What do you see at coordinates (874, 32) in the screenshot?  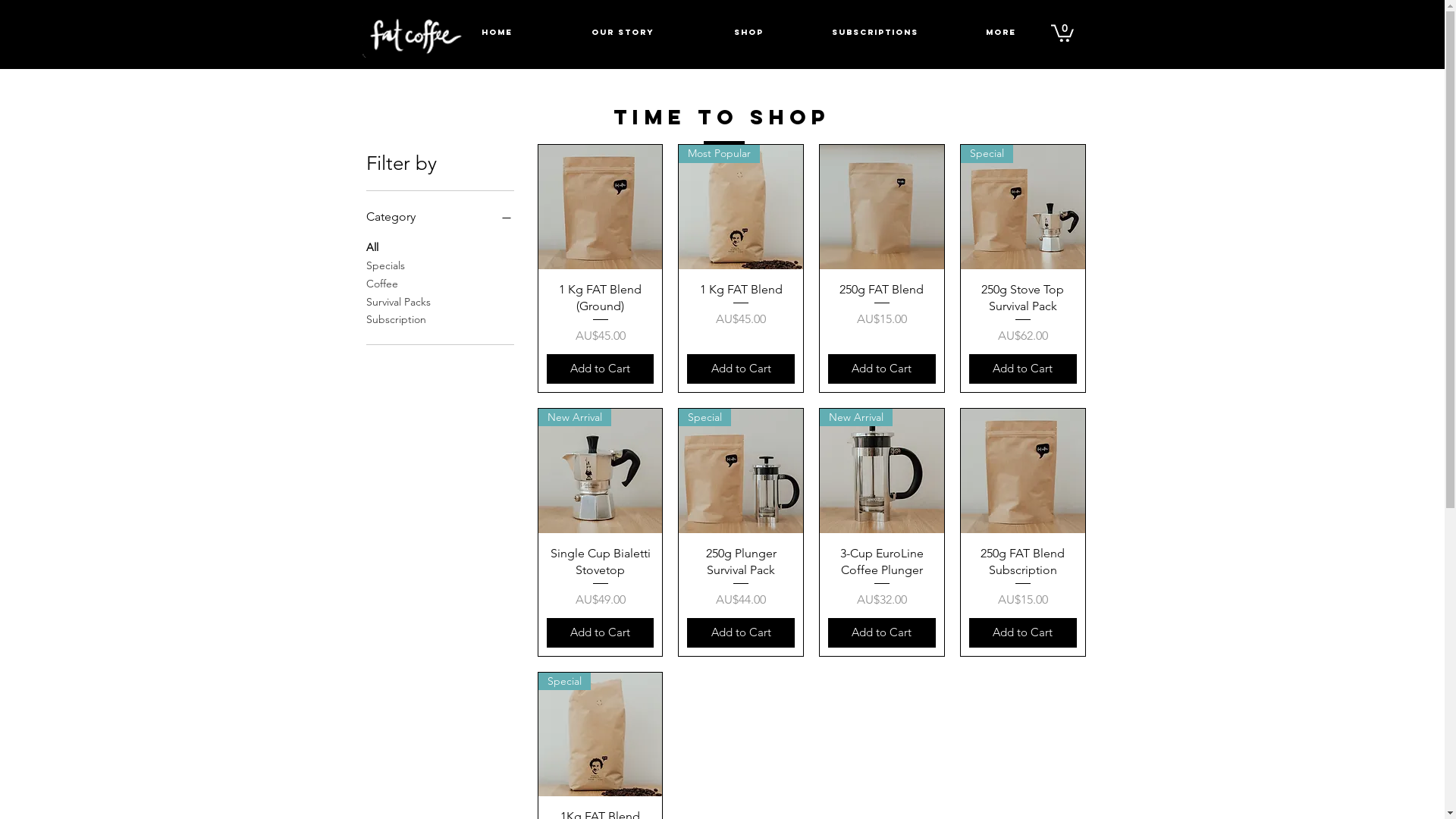 I see `'SUBSCRIPTIONS'` at bounding box center [874, 32].